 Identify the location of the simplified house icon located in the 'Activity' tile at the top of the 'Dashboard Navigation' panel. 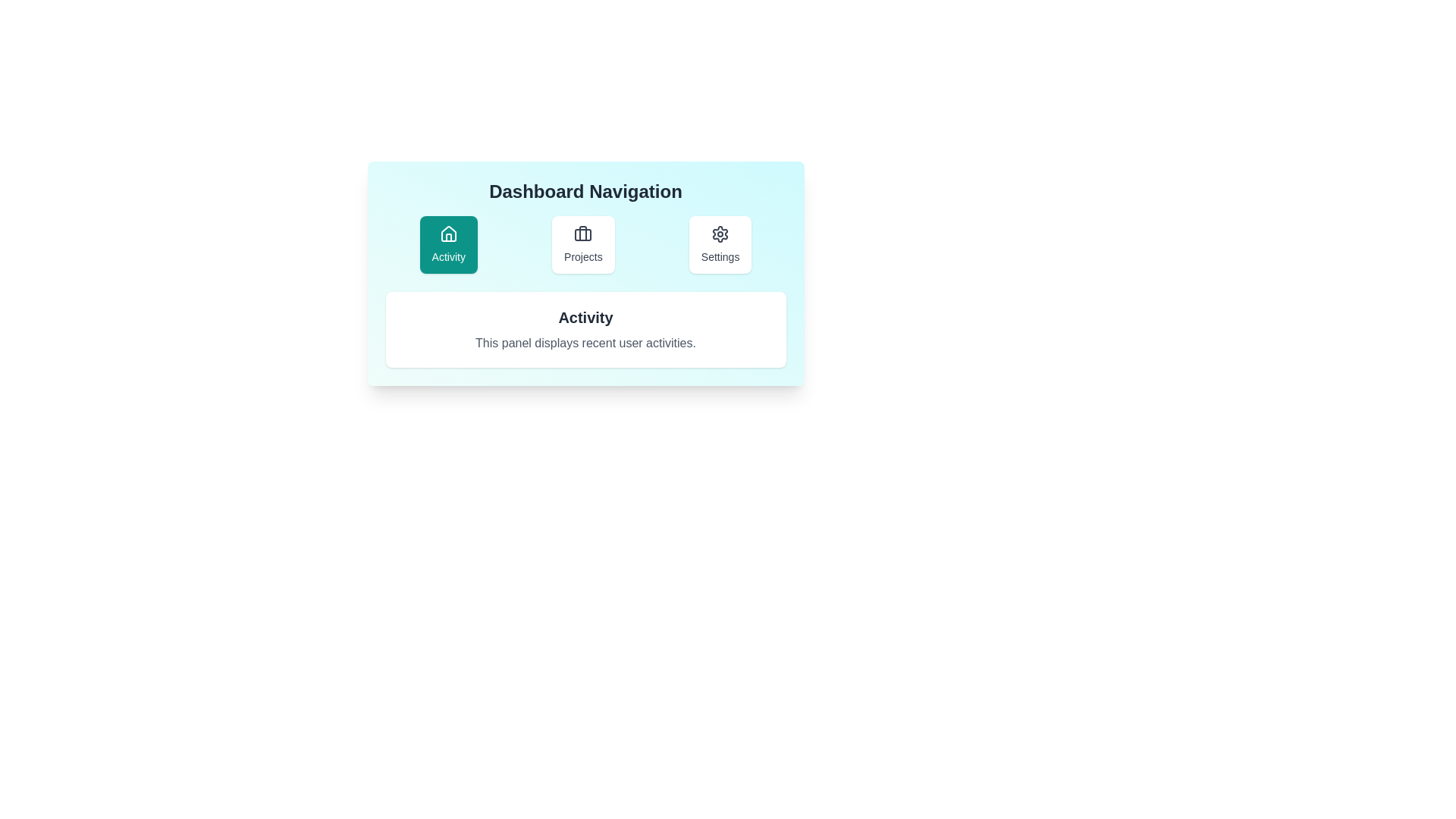
(447, 234).